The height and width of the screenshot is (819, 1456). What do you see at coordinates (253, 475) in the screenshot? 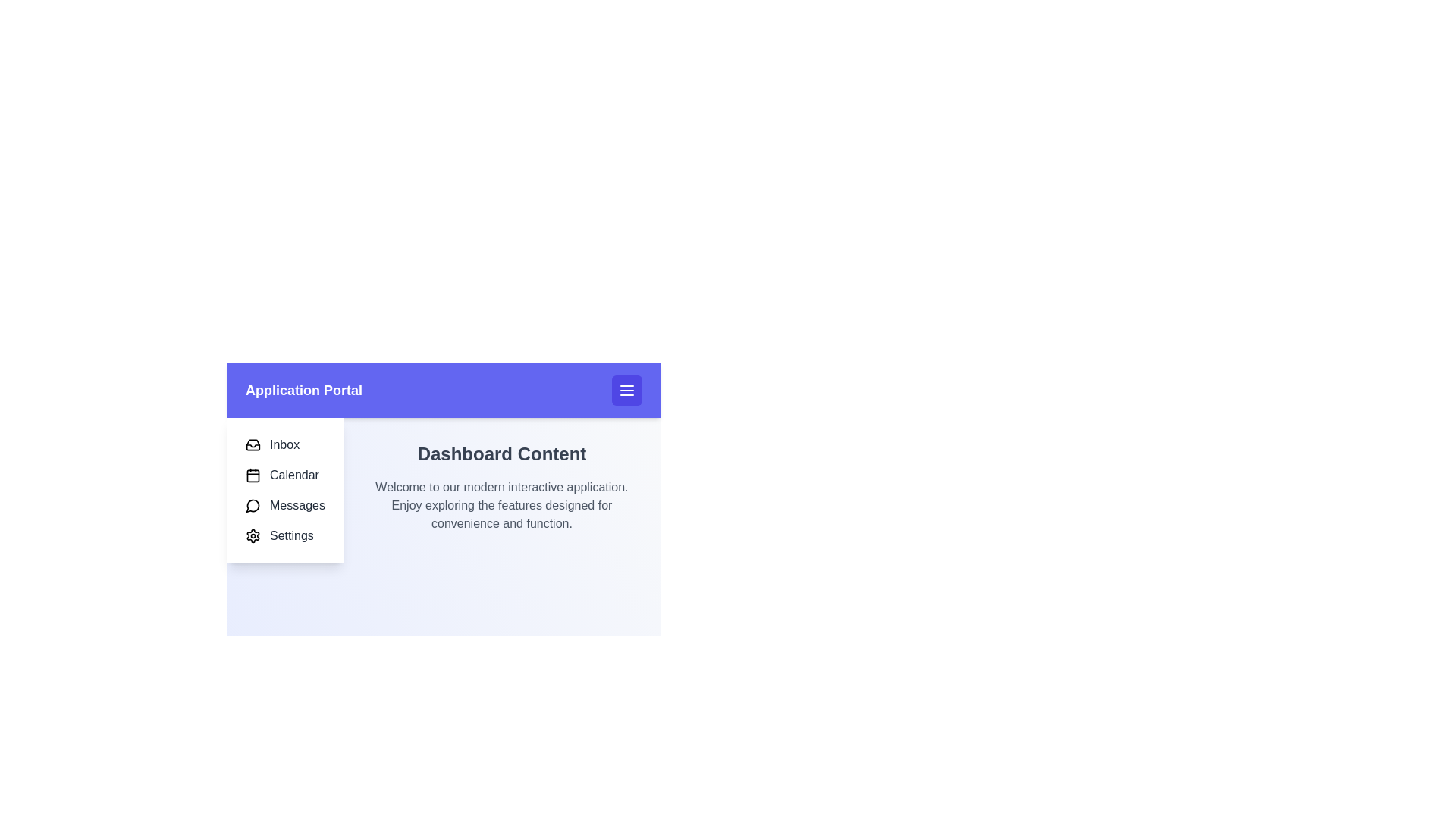
I see `the graphic component of the calendar icon located in the second item of the navigation bar` at bounding box center [253, 475].